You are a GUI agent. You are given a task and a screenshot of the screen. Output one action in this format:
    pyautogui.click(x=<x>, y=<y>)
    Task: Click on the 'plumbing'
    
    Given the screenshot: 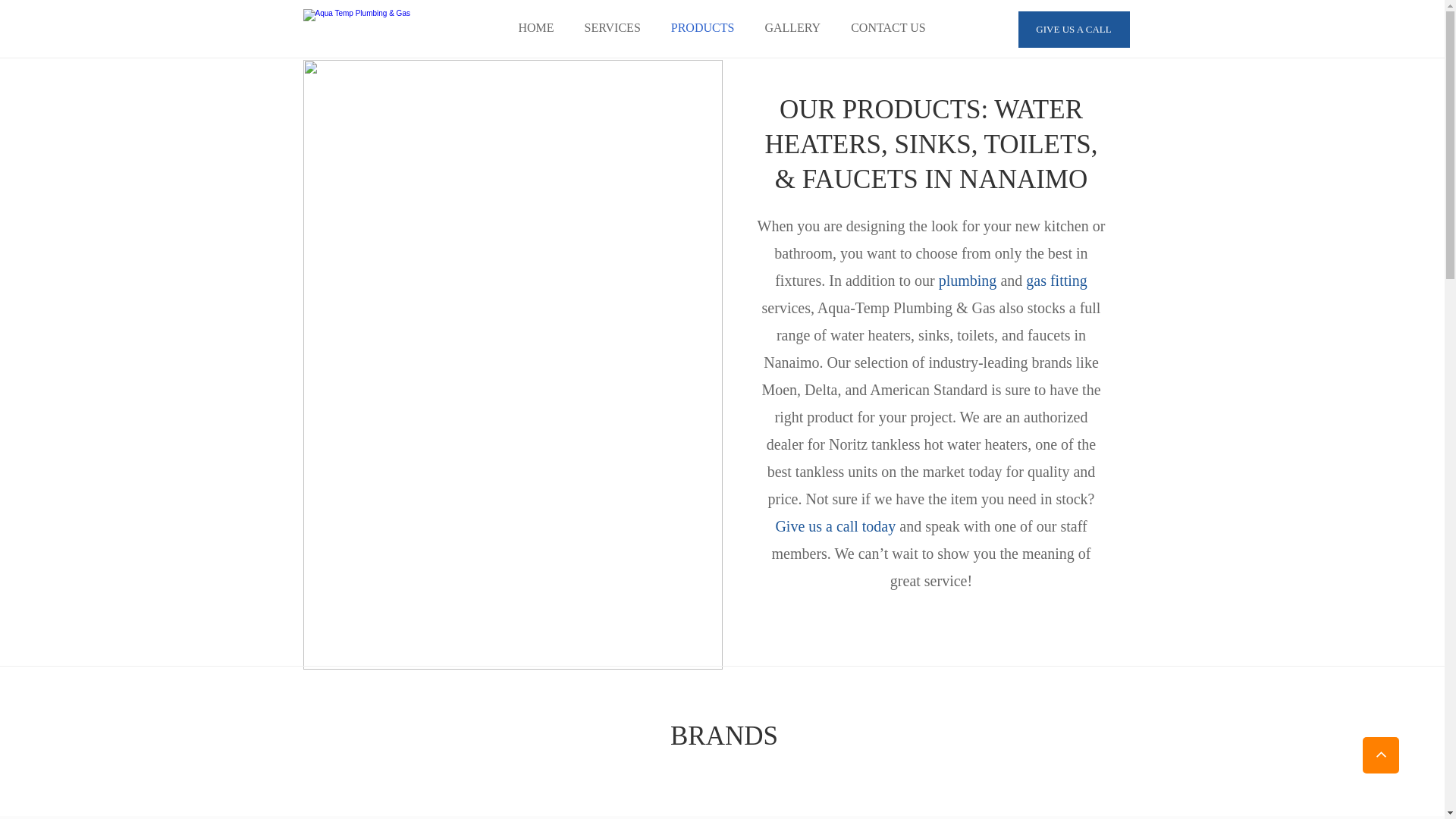 What is the action you would take?
    pyautogui.click(x=934, y=281)
    